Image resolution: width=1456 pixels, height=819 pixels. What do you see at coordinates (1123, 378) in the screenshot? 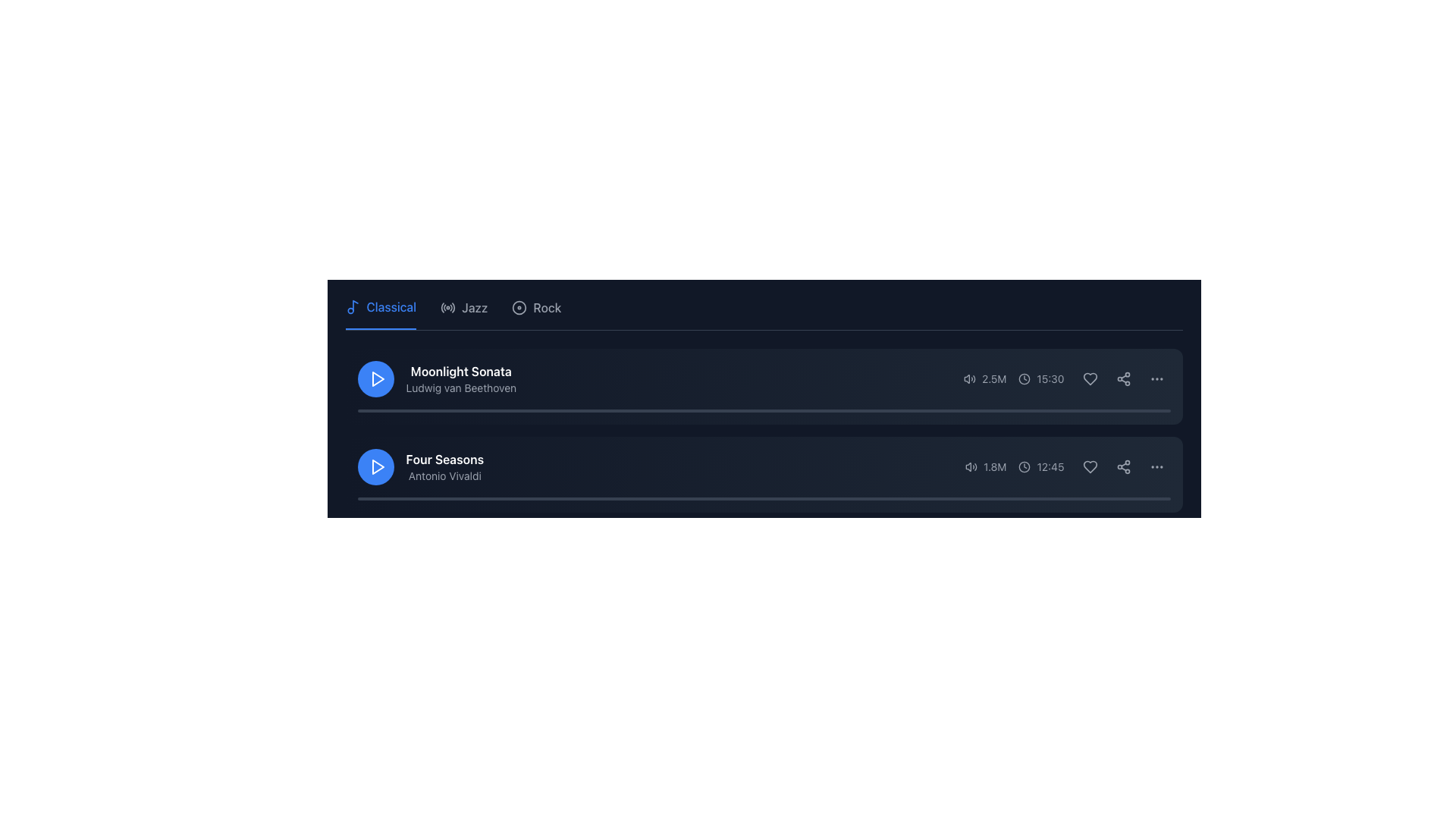
I see `the share icon, which is the second icon in a group of three located to the right of the row with the text '2.5M' and '15:30'` at bounding box center [1123, 378].